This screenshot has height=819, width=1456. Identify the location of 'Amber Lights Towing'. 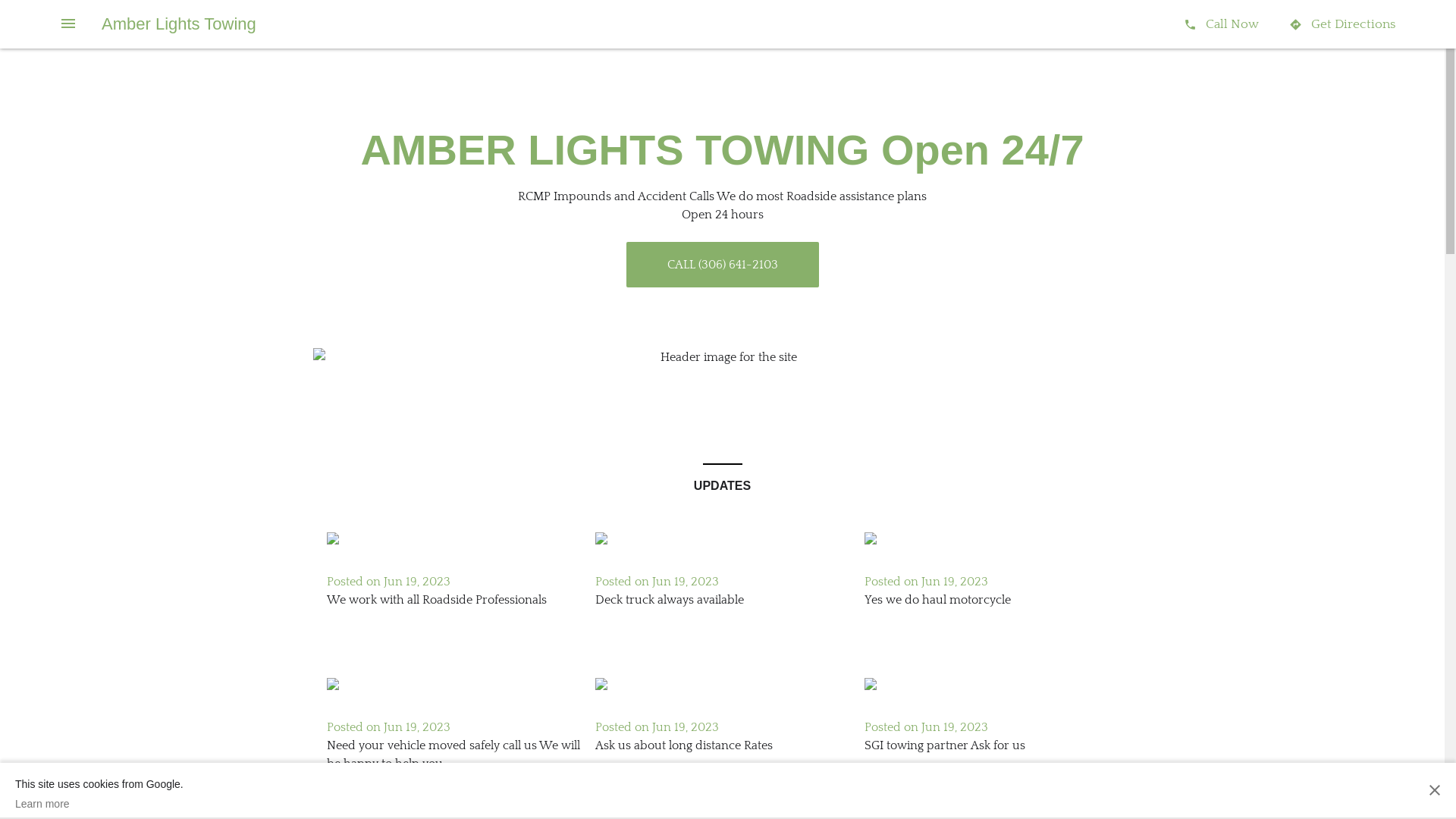
(178, 24).